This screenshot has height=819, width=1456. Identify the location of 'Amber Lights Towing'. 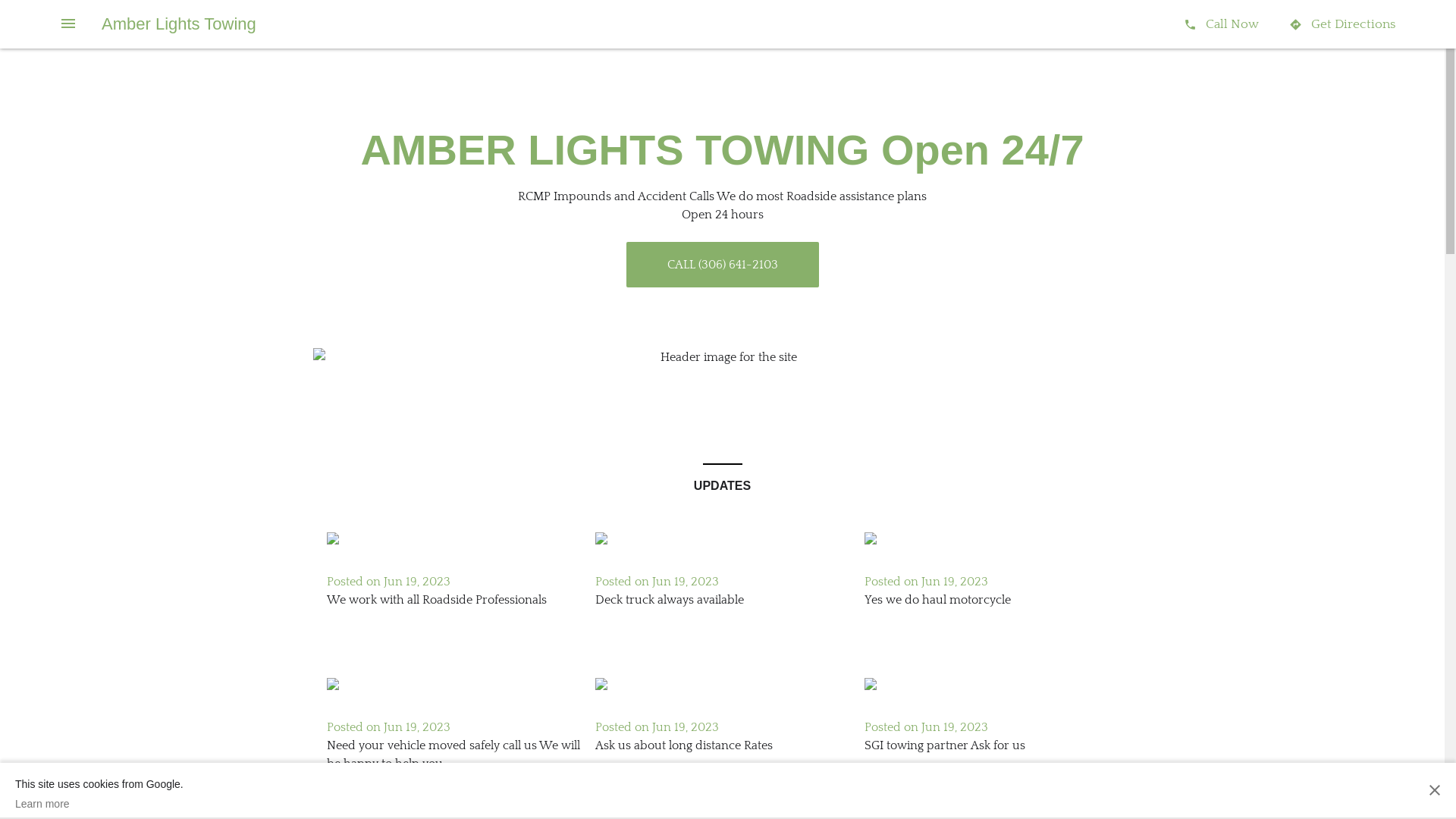
(178, 24).